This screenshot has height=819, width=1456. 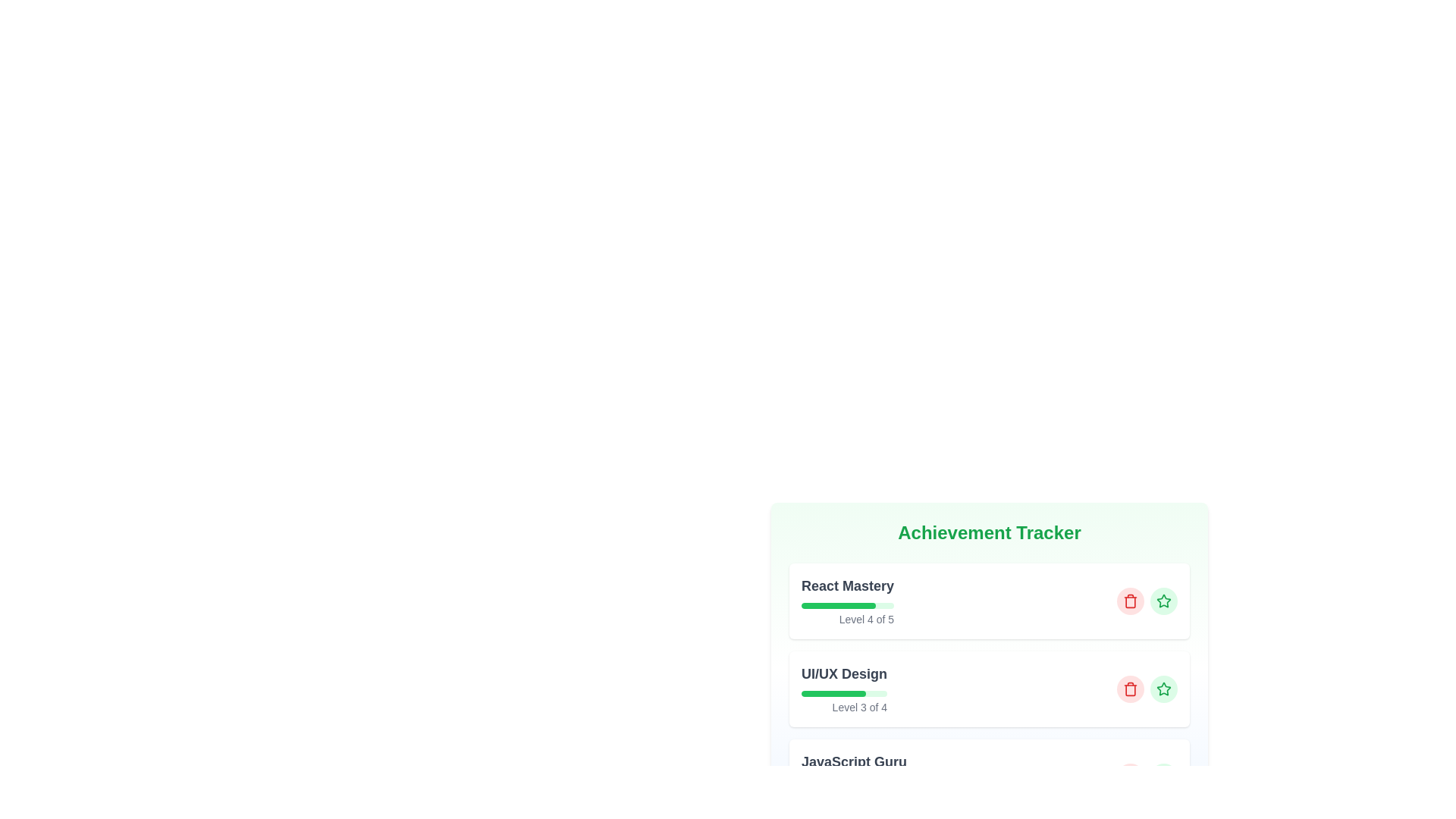 What do you see at coordinates (1163, 689) in the screenshot?
I see `the circular button with a green star icon by` at bounding box center [1163, 689].